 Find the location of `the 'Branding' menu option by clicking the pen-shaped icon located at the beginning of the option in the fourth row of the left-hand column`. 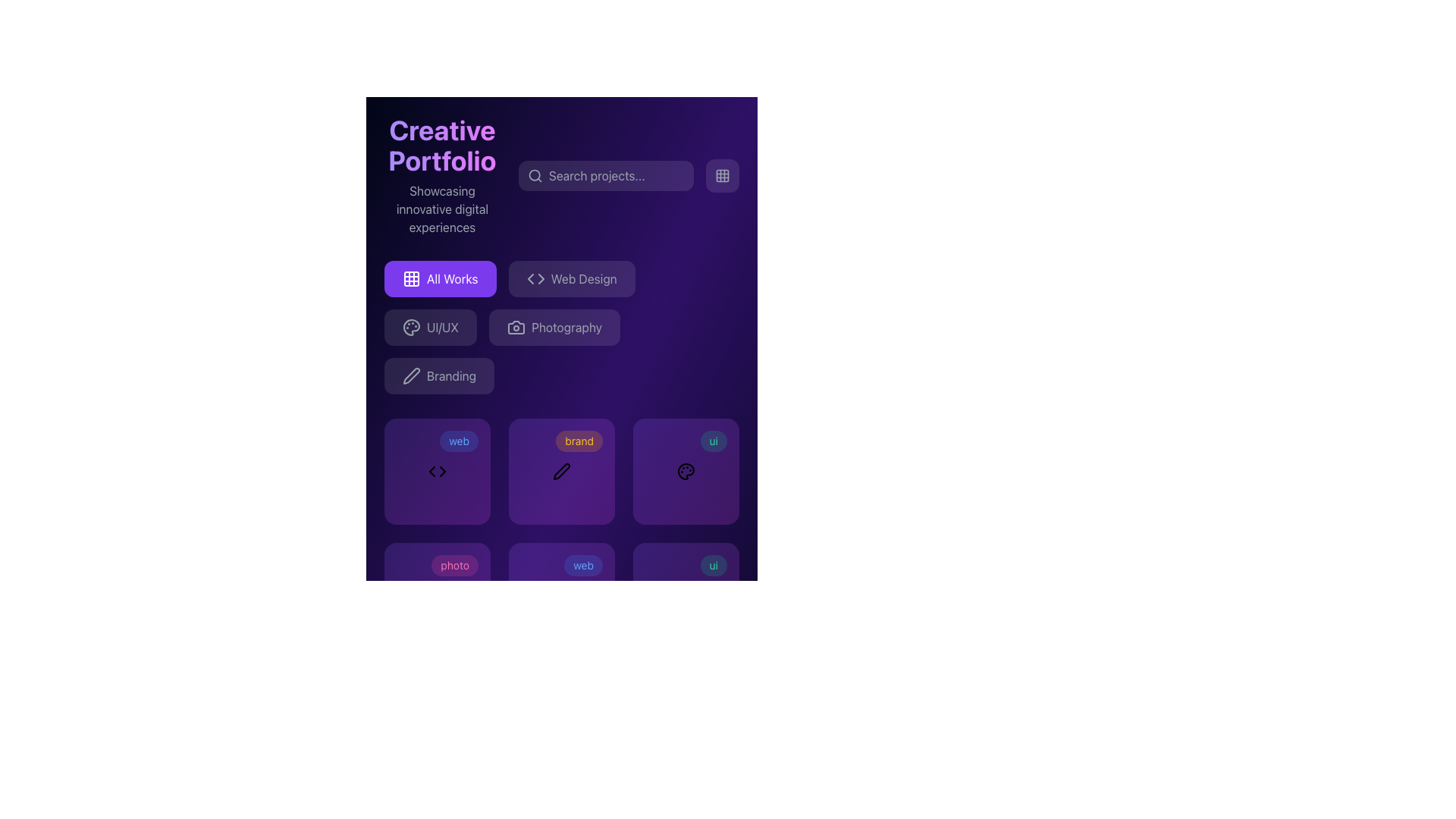

the 'Branding' menu option by clicking the pen-shaped icon located at the beginning of the option in the fourth row of the left-hand column is located at coordinates (411, 375).